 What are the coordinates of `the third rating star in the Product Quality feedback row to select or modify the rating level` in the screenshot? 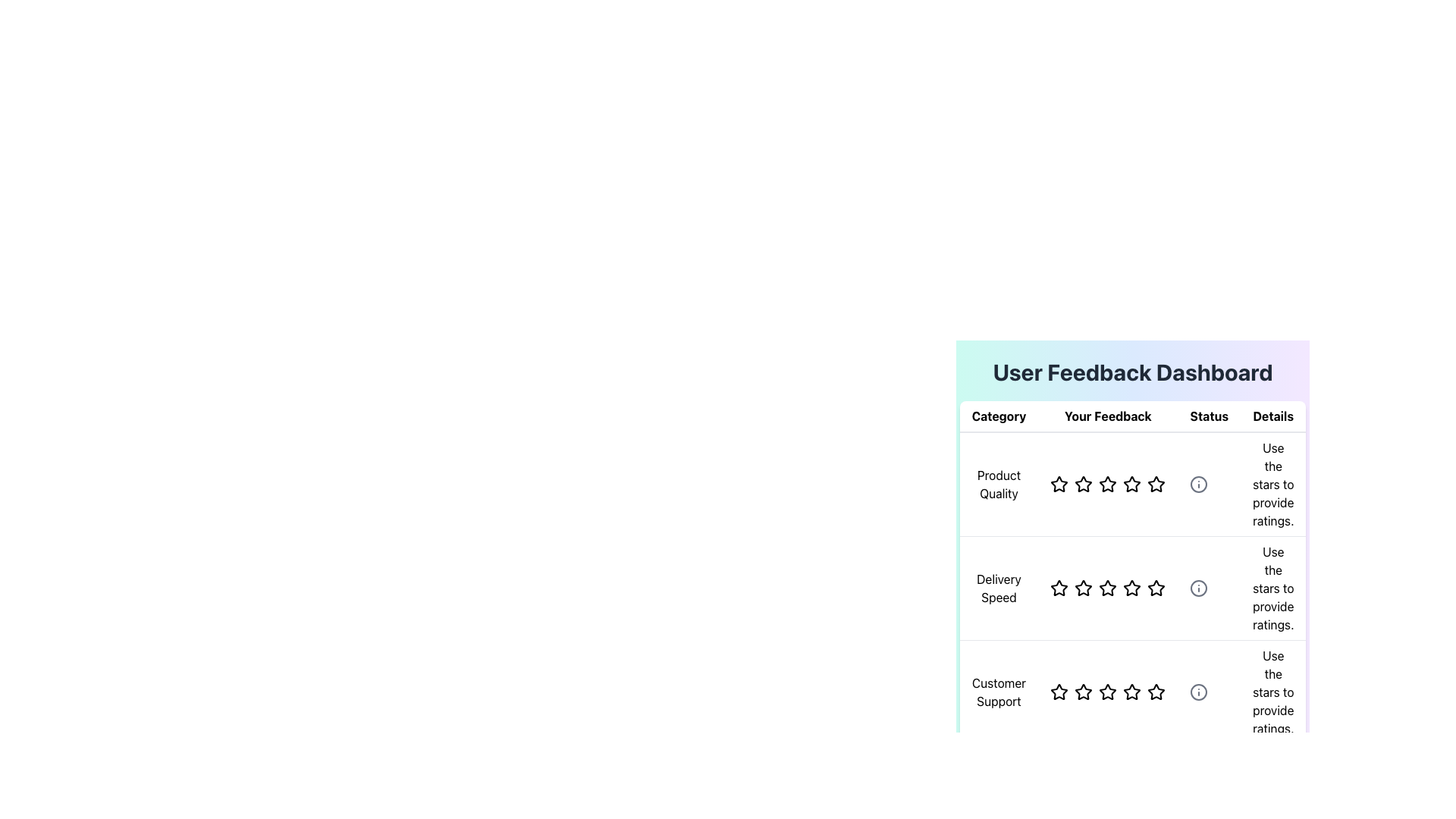 It's located at (1108, 485).